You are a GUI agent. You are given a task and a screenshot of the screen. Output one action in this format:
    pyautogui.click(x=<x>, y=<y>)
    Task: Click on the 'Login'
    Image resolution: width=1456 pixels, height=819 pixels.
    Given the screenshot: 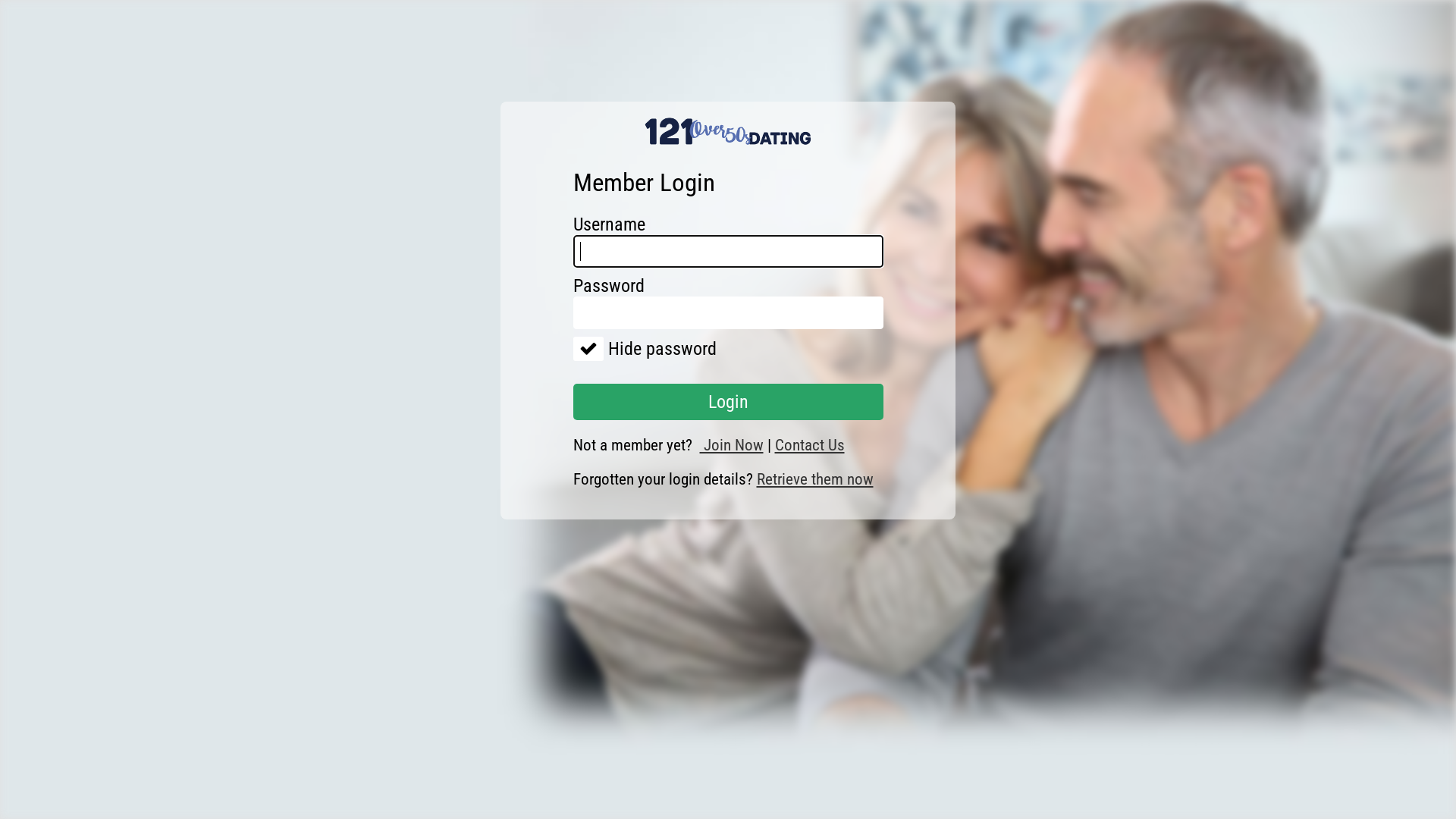 What is the action you would take?
    pyautogui.click(x=728, y=400)
    